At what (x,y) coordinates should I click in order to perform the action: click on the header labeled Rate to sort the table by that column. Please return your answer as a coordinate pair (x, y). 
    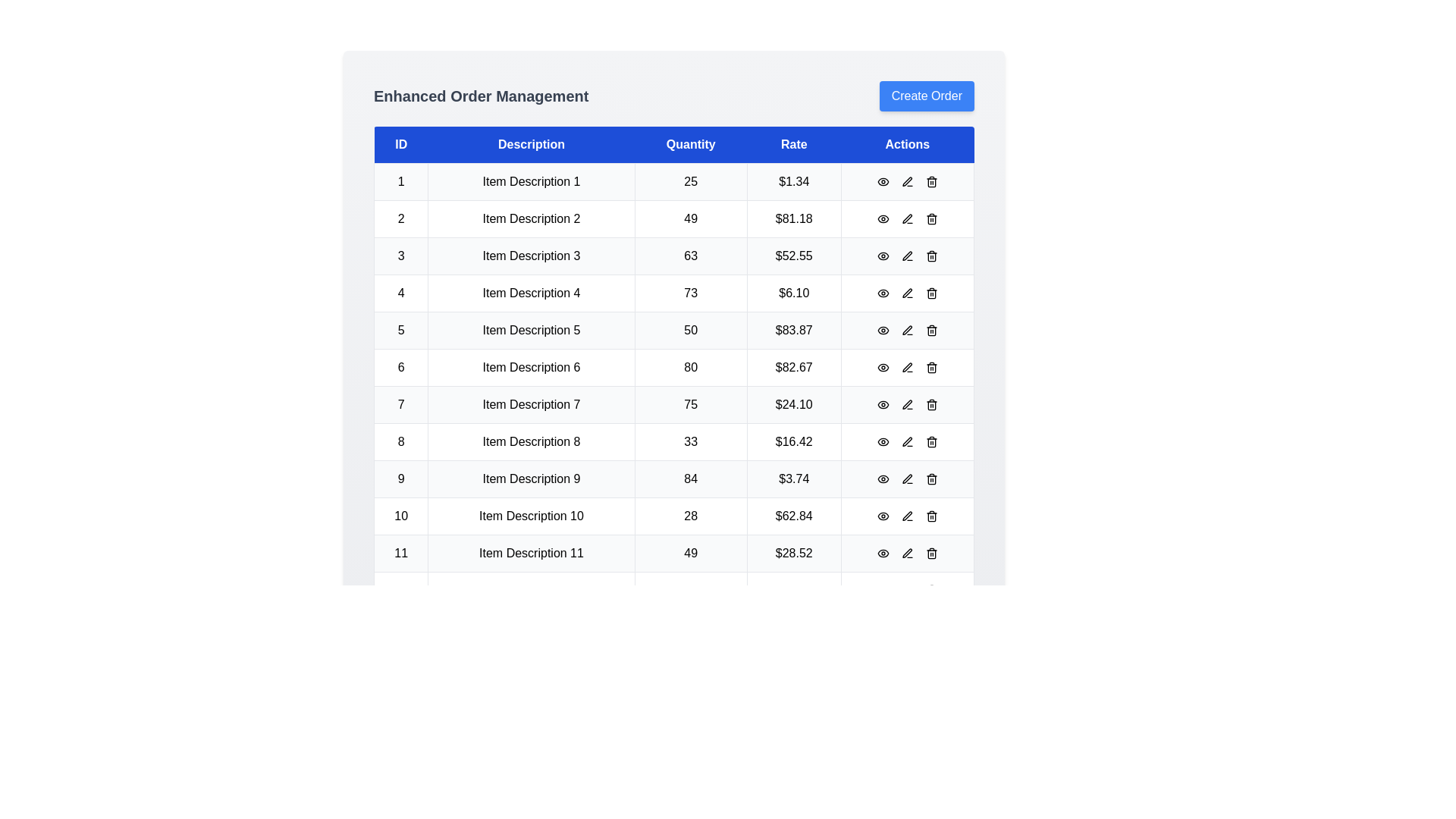
    Looking at the image, I should click on (792, 145).